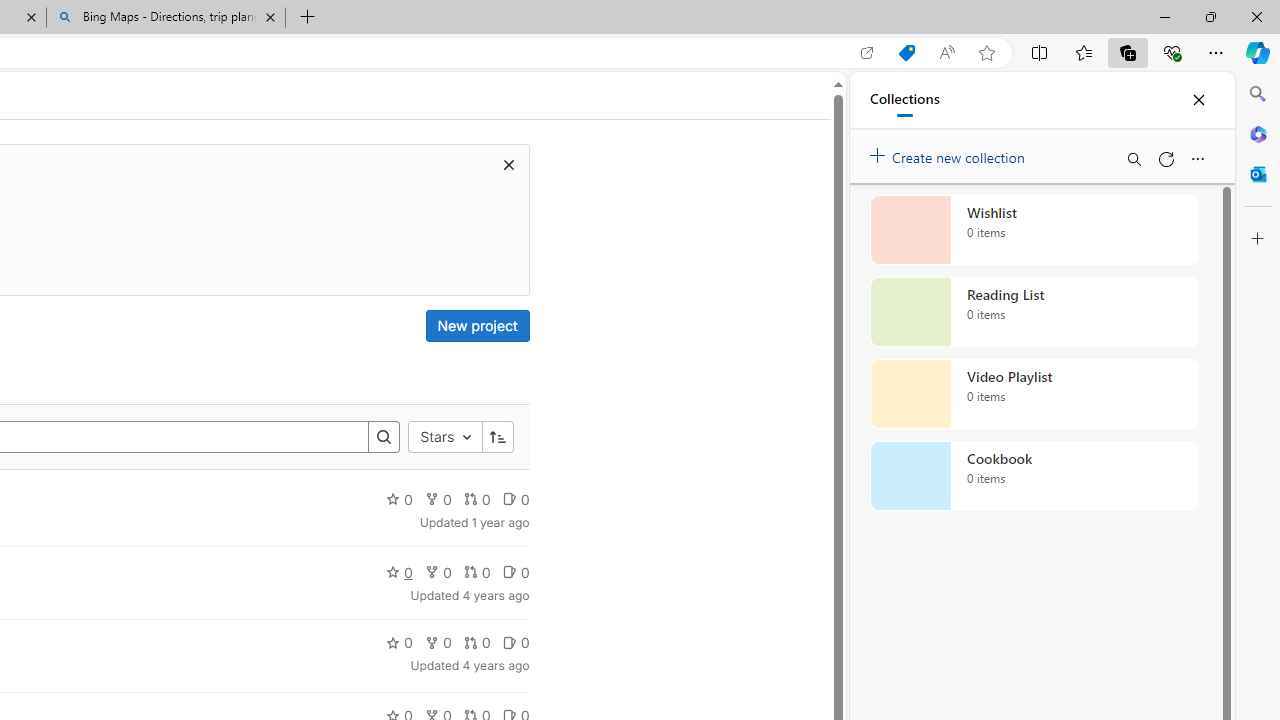 The height and width of the screenshot is (720, 1280). Describe the element at coordinates (444, 436) in the screenshot. I see `'Stars'` at that location.